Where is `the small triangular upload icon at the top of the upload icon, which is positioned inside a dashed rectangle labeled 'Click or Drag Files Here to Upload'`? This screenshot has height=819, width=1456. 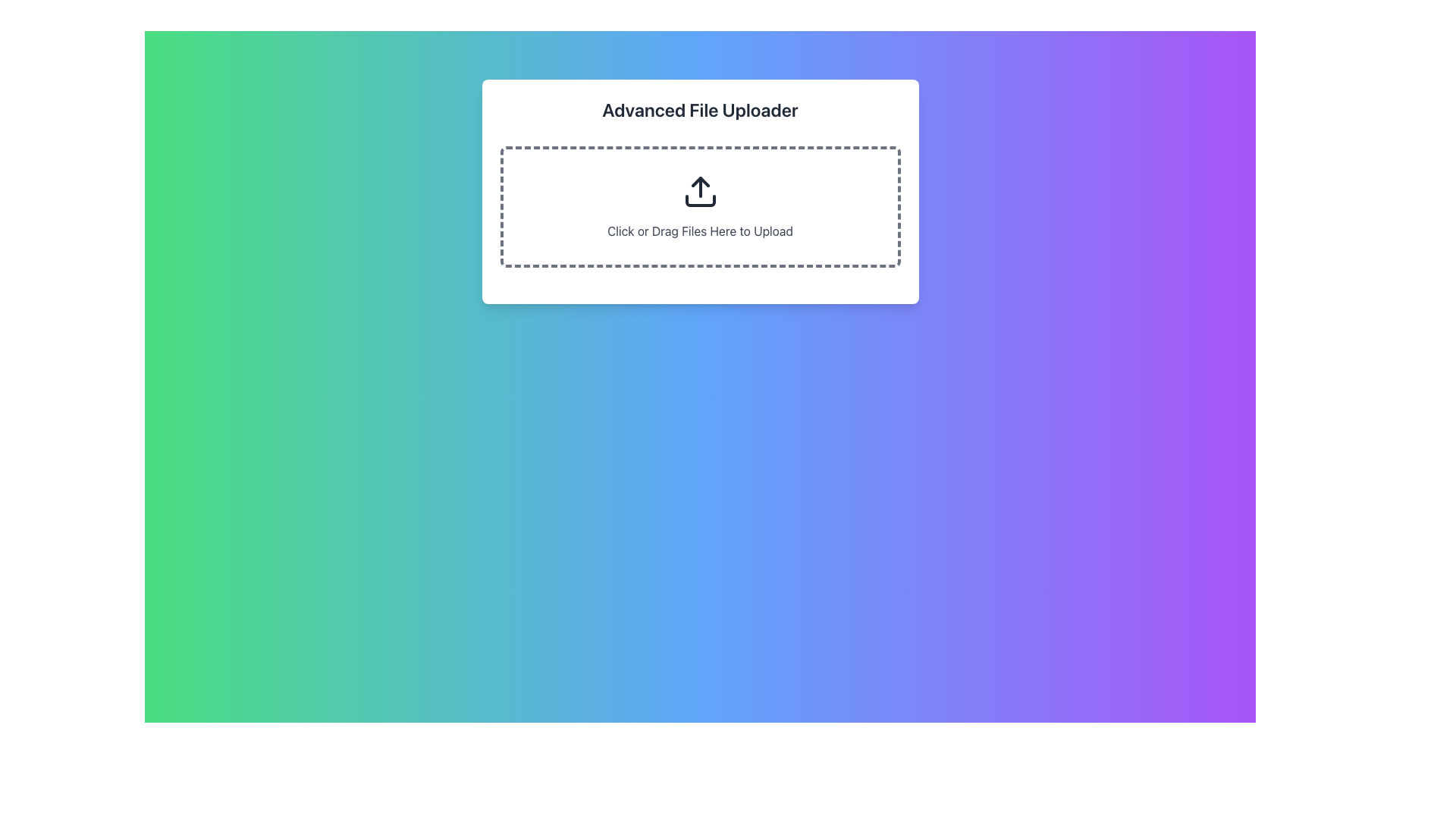 the small triangular upload icon at the top of the upload icon, which is positioned inside a dashed rectangle labeled 'Click or Drag Files Here to Upload' is located at coordinates (699, 180).